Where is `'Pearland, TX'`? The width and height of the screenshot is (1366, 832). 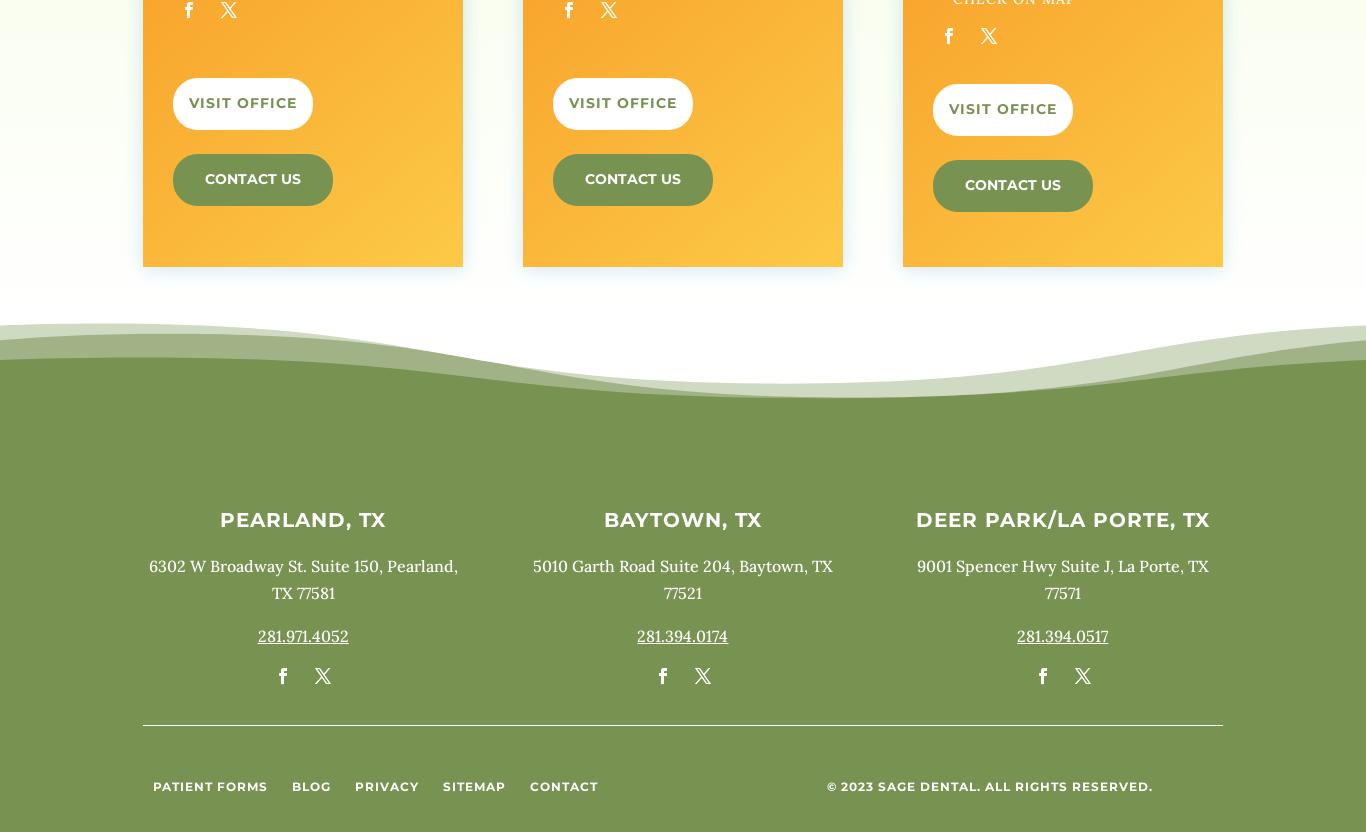 'Pearland, TX' is located at coordinates (219, 518).